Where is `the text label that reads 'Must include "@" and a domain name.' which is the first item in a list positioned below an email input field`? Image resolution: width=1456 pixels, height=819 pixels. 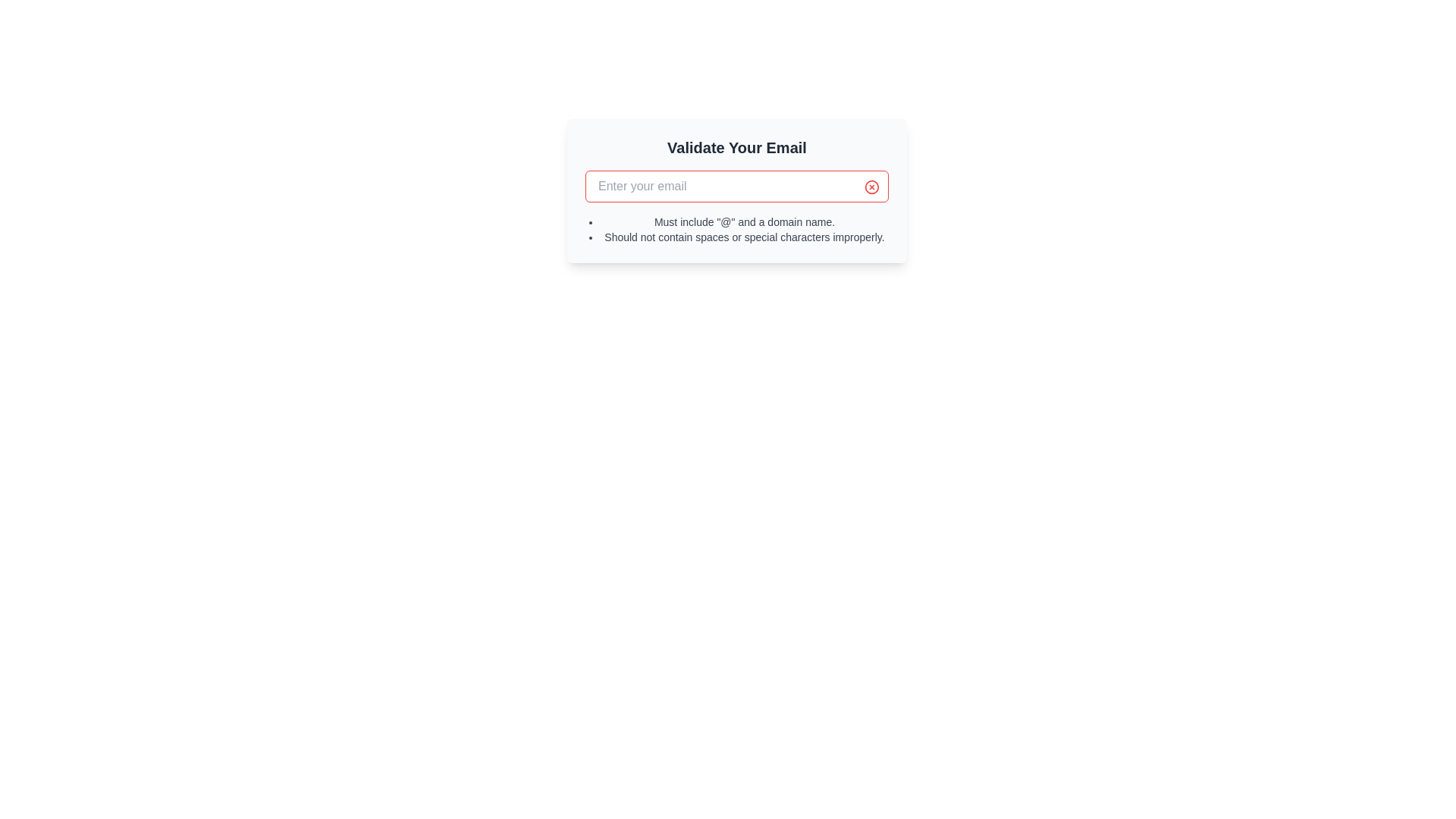 the text label that reads 'Must include "@" and a domain name.' which is the first item in a list positioned below an email input field is located at coordinates (745, 222).